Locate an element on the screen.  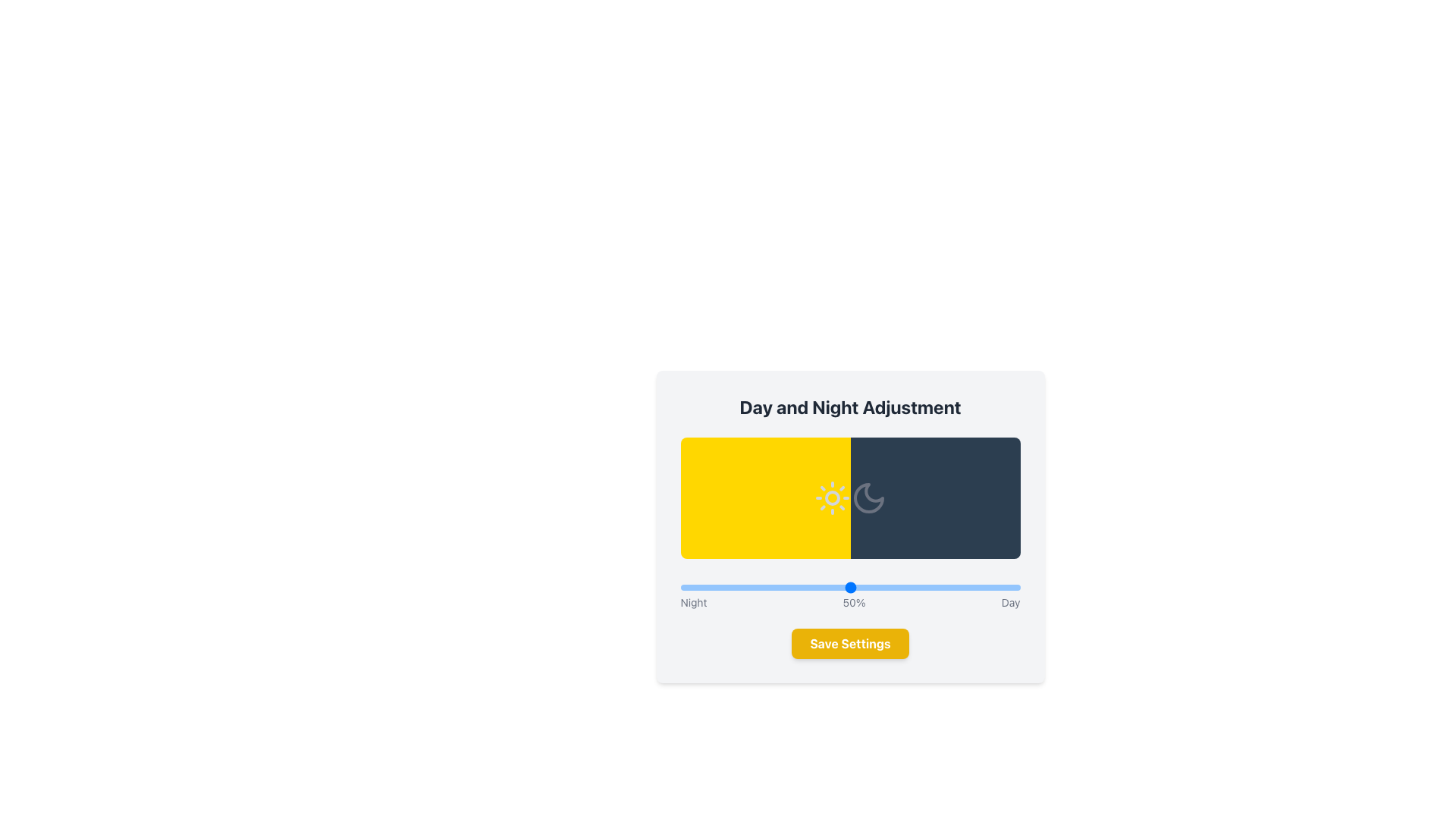
the text label that indicates the positions along the slider, which includes 'Night', 'Day', and '50%' is located at coordinates (850, 601).